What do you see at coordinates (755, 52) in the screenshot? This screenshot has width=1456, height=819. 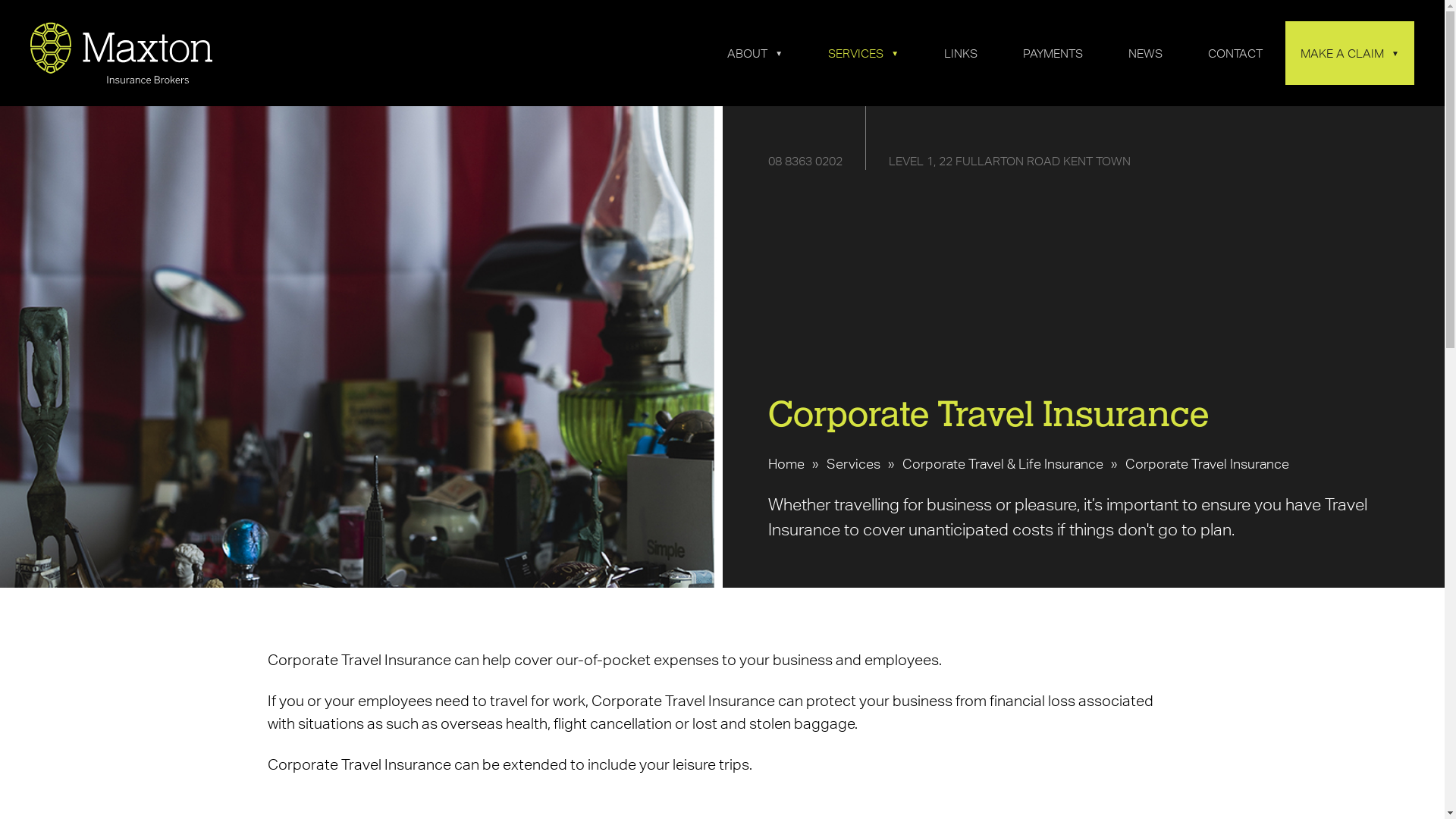 I see `'ABOUT'` at bounding box center [755, 52].